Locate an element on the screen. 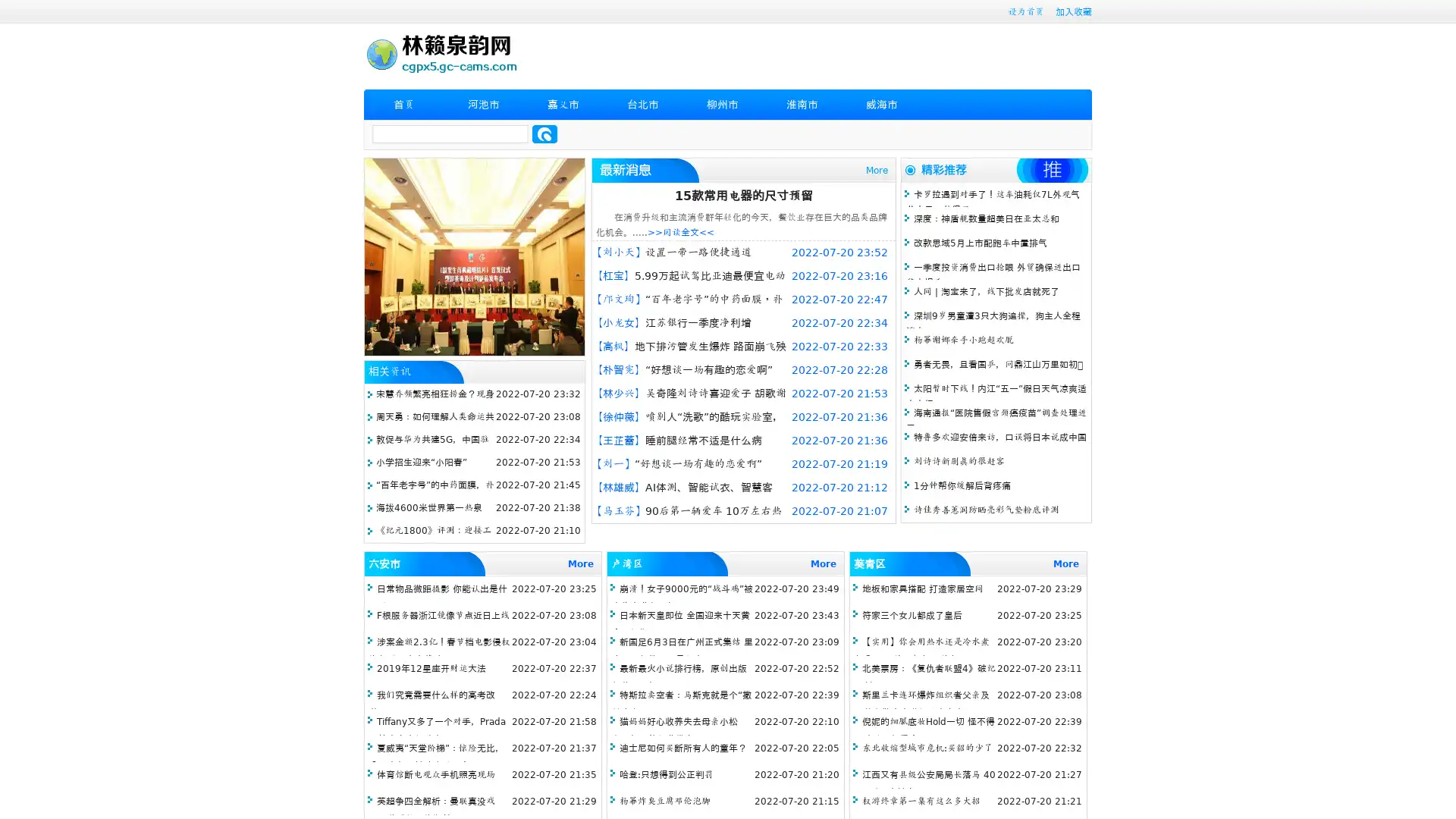 The width and height of the screenshot is (1456, 819). Search is located at coordinates (544, 133).